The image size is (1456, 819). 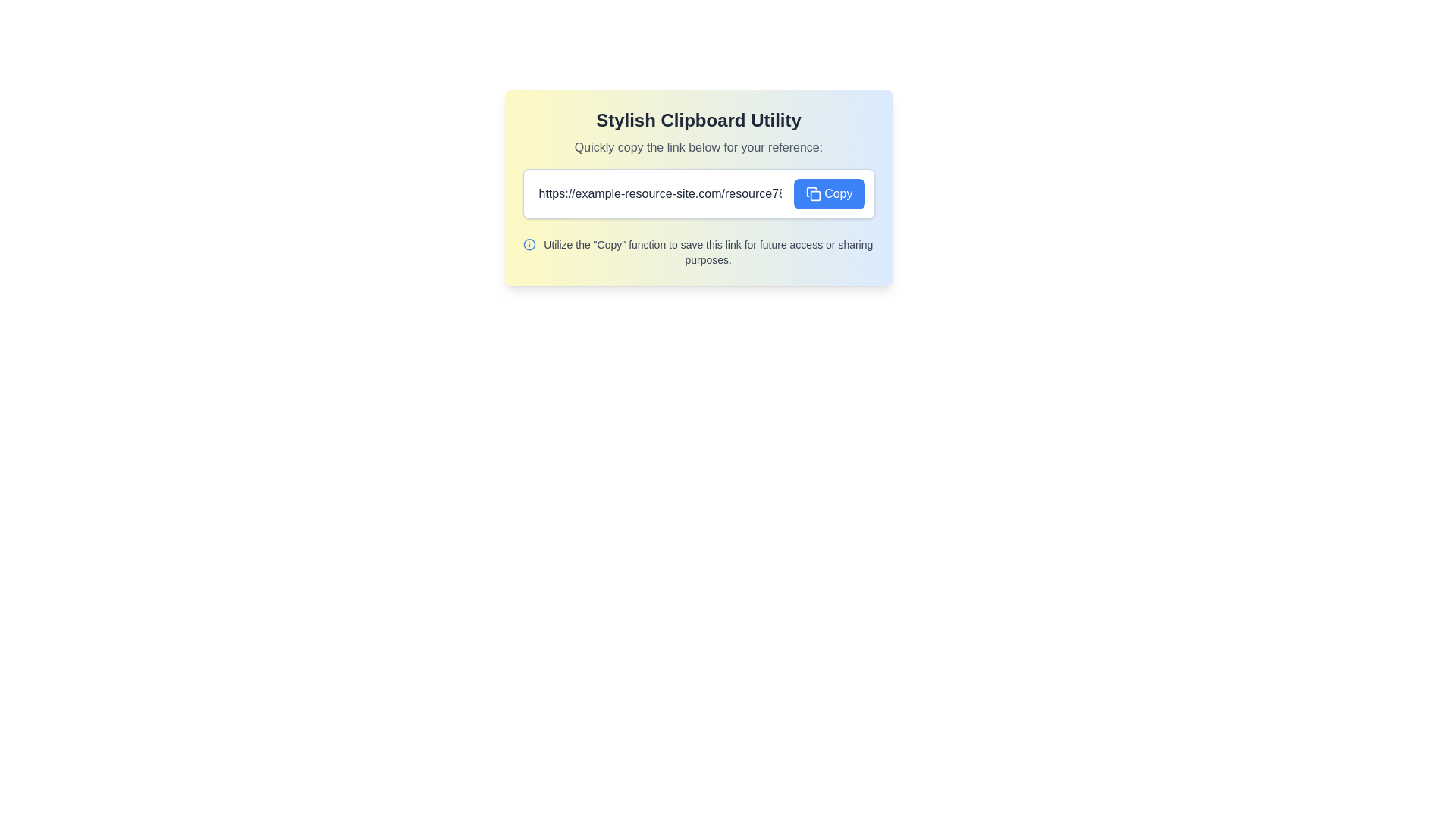 What do you see at coordinates (529, 244) in the screenshot?
I see `the circular blue outlined icon with a white interior and an 'i' character in the center` at bounding box center [529, 244].